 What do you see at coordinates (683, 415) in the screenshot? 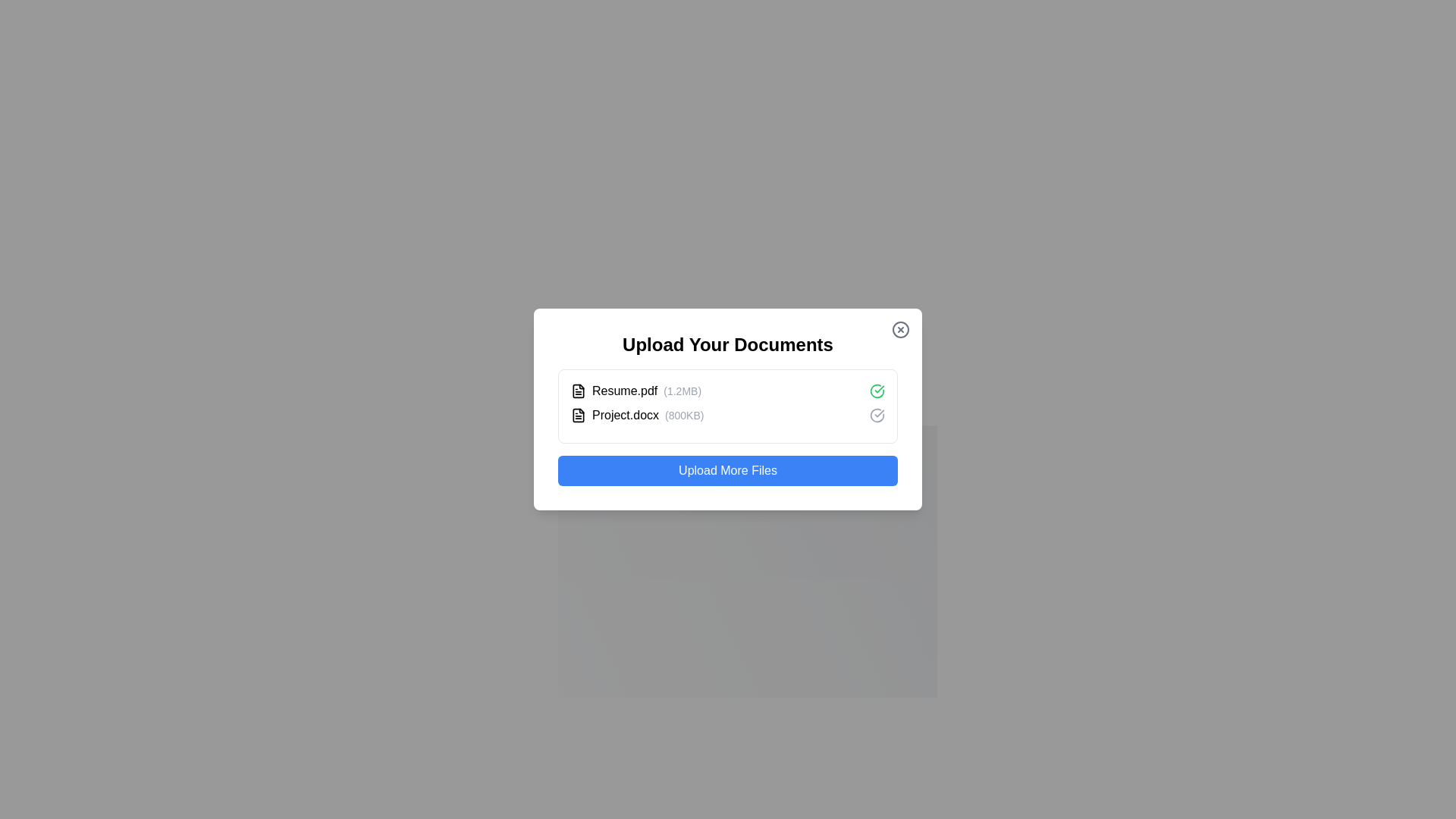
I see `the informational text displaying the file size of 'Project.docx', which is located to the right of the 'Project.docx' text` at bounding box center [683, 415].